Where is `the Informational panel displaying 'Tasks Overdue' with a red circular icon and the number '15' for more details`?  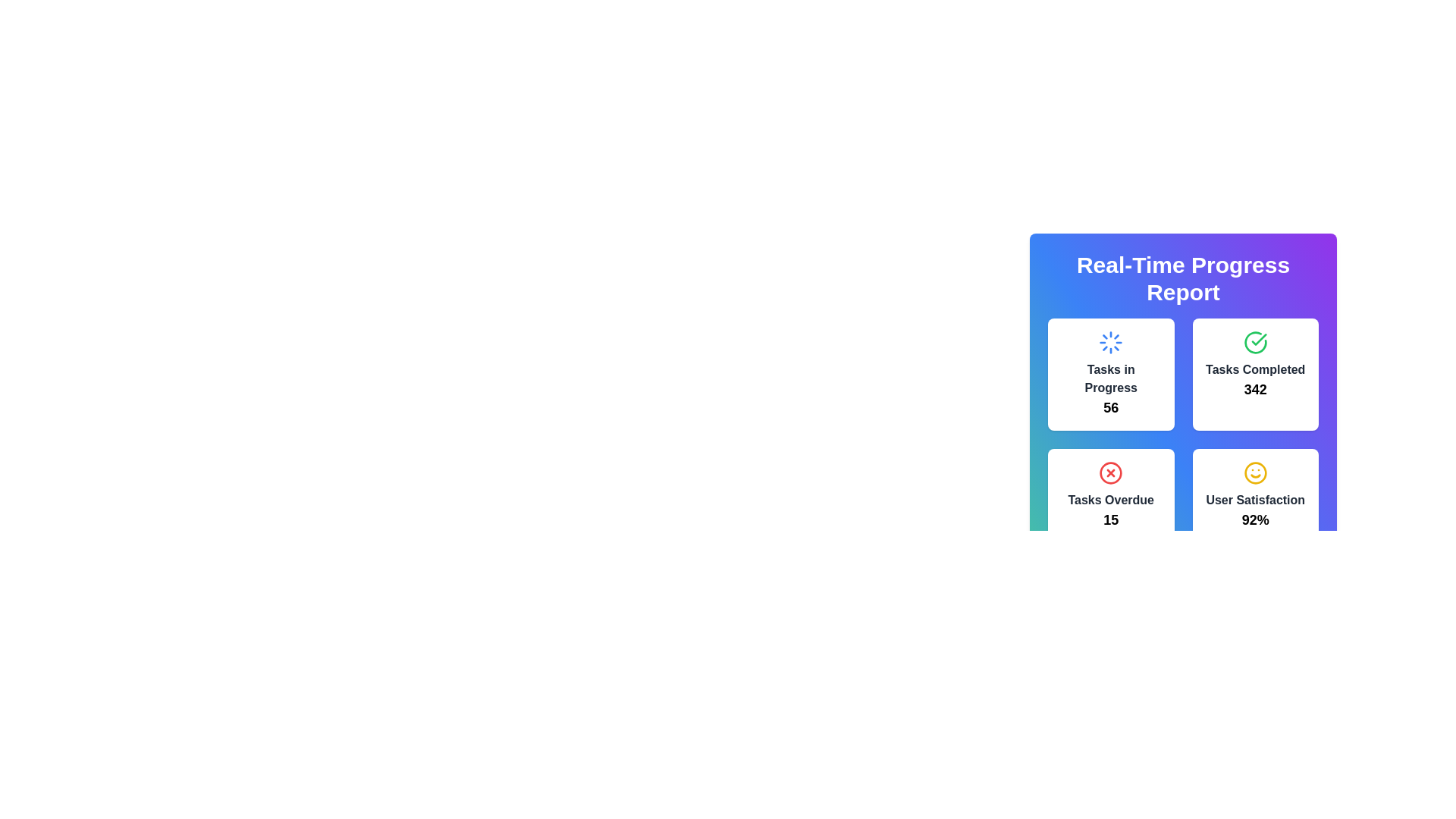 the Informational panel displaying 'Tasks Overdue' with a red circular icon and the number '15' for more details is located at coordinates (1111, 496).